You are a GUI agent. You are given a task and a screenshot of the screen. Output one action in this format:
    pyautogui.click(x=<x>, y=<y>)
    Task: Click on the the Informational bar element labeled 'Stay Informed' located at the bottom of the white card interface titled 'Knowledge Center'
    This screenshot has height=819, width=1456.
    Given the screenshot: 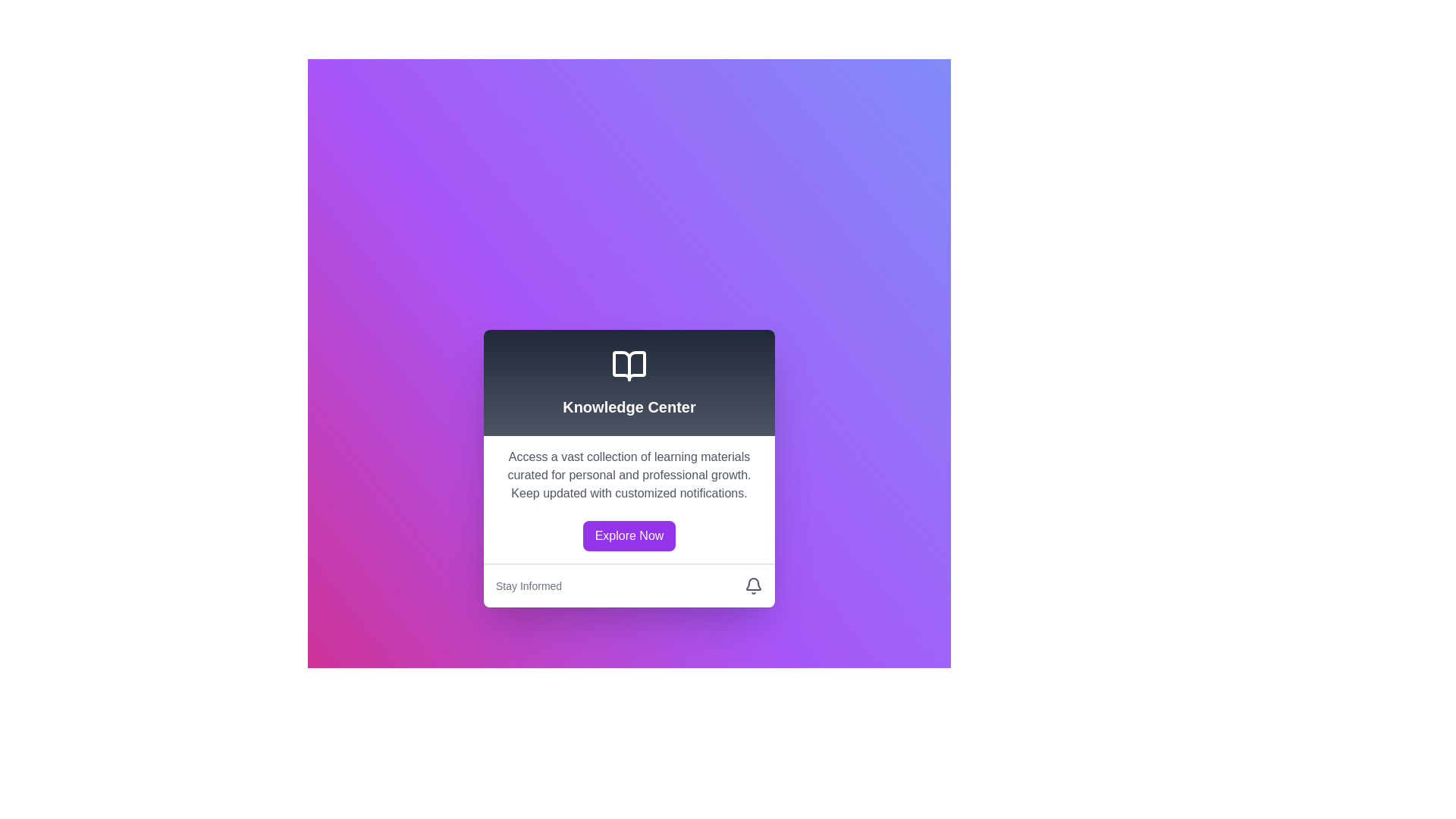 What is the action you would take?
    pyautogui.click(x=629, y=584)
    